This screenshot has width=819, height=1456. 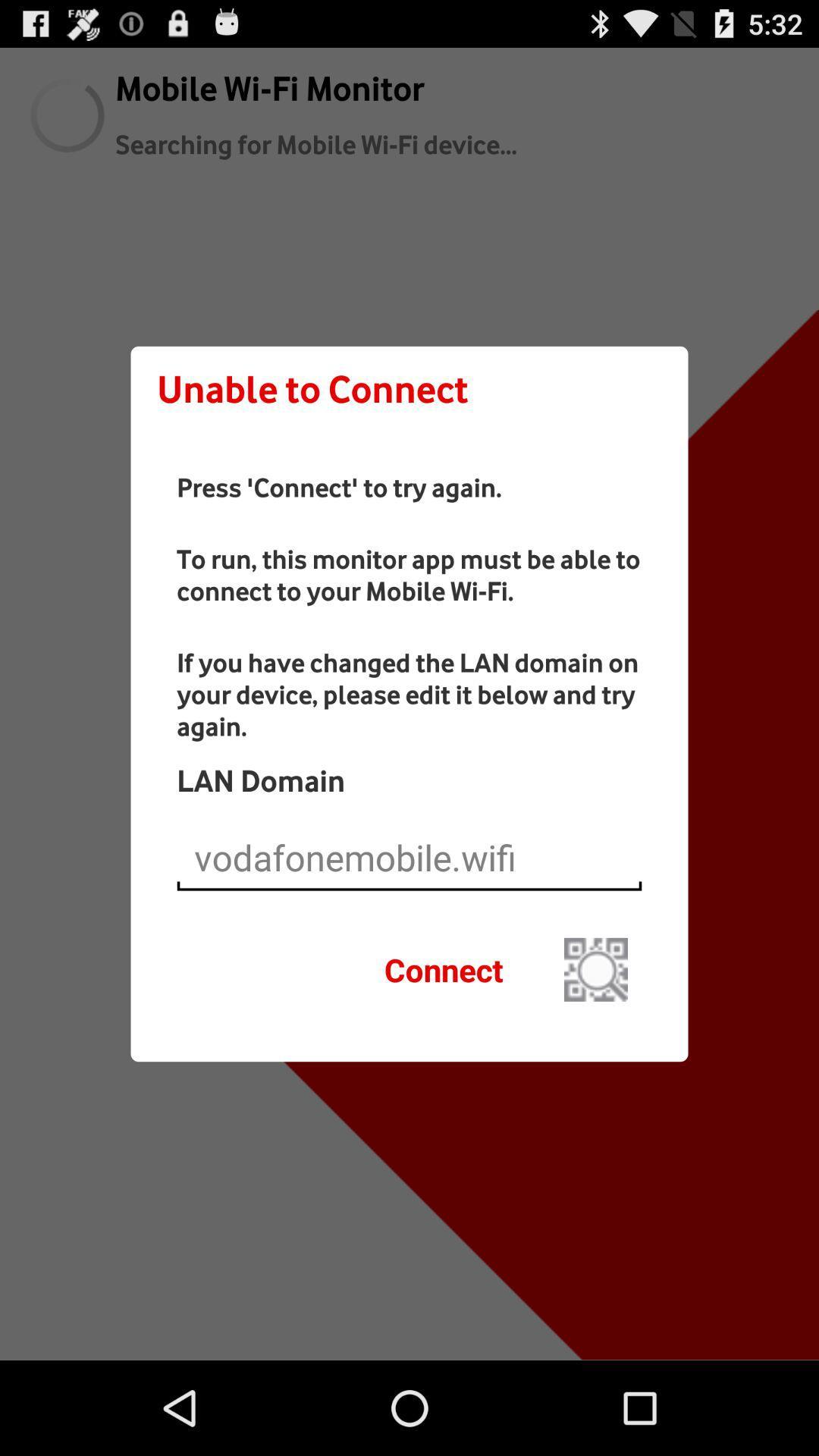 What do you see at coordinates (409, 858) in the screenshot?
I see `type domain` at bounding box center [409, 858].